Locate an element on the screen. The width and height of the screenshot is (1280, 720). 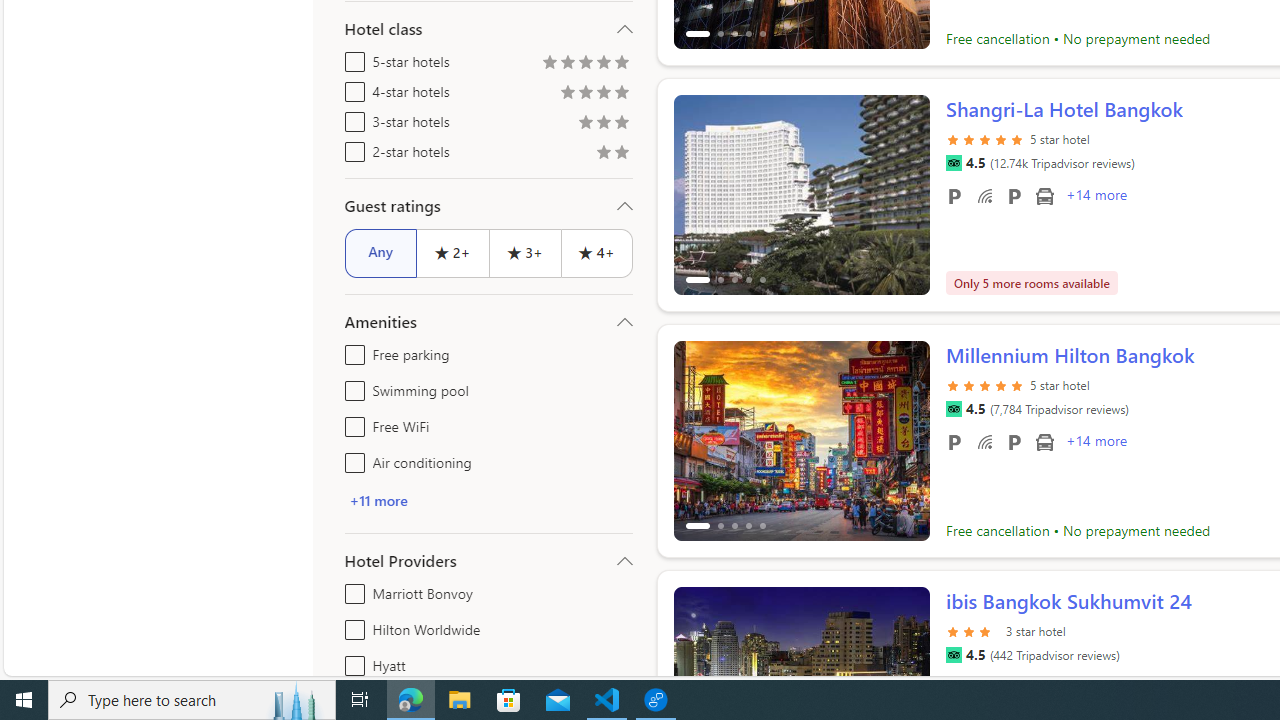
'Hilton Worldwide' is located at coordinates (351, 625).